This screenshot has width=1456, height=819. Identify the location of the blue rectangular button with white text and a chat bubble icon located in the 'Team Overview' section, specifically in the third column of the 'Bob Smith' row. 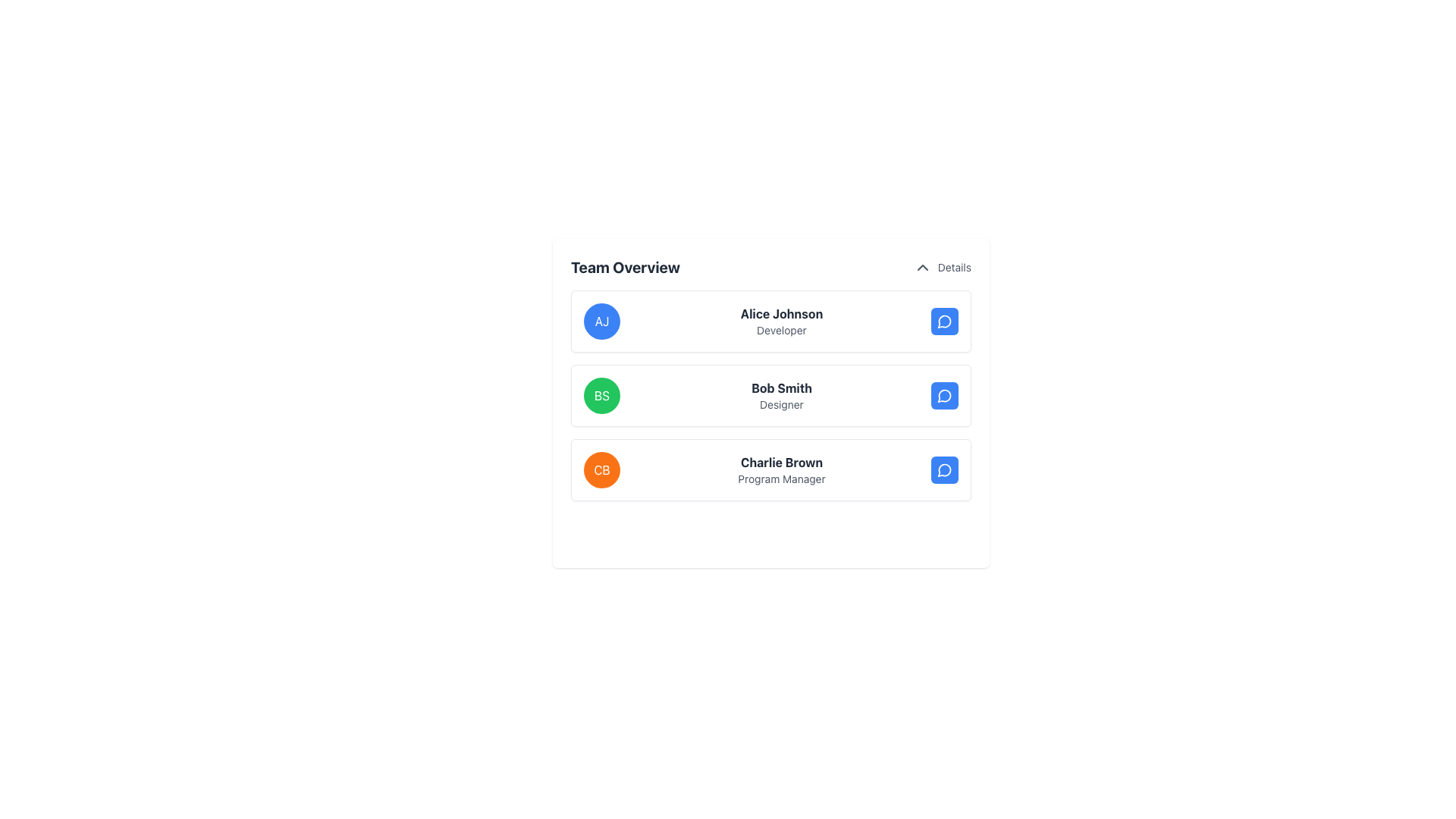
(944, 394).